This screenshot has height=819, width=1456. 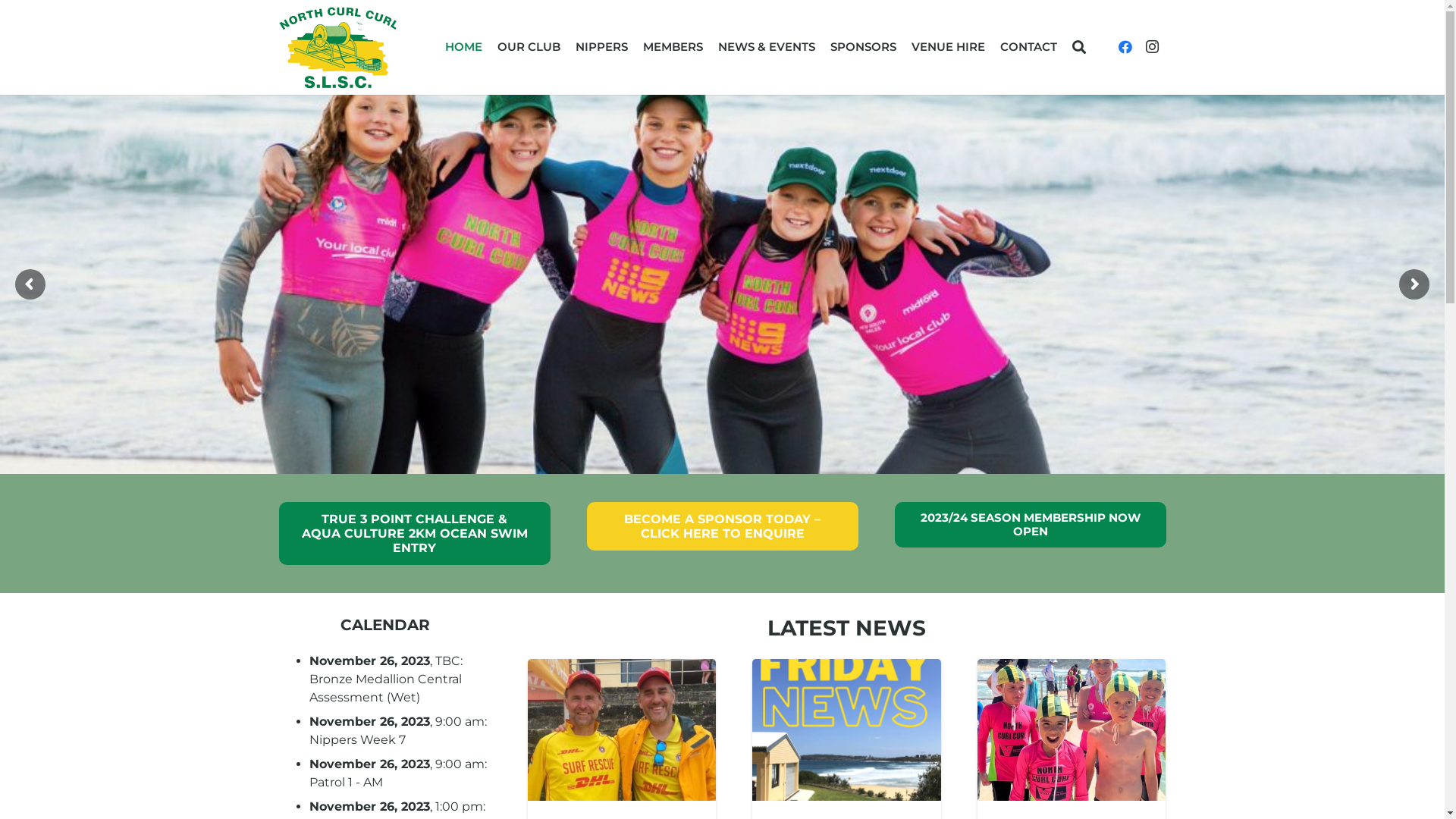 I want to click on 'Instagram', so click(x=1153, y=45).